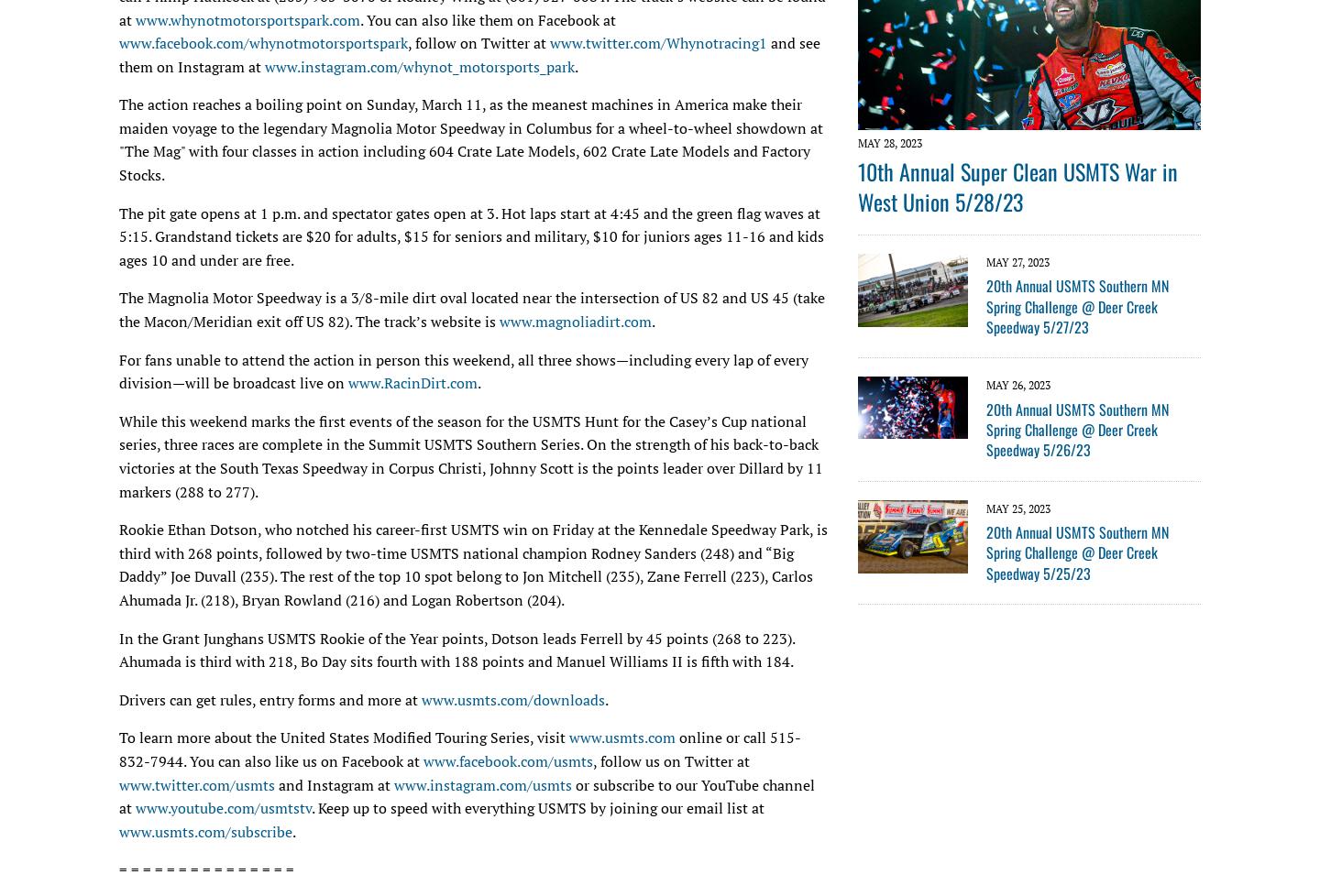 Image resolution: width=1320 pixels, height=896 pixels. What do you see at coordinates (1077, 428) in the screenshot?
I see `'20th Annual USMTS Southern MN Spring Challenge @ Deer Creek Speedway 5/26/23'` at bounding box center [1077, 428].